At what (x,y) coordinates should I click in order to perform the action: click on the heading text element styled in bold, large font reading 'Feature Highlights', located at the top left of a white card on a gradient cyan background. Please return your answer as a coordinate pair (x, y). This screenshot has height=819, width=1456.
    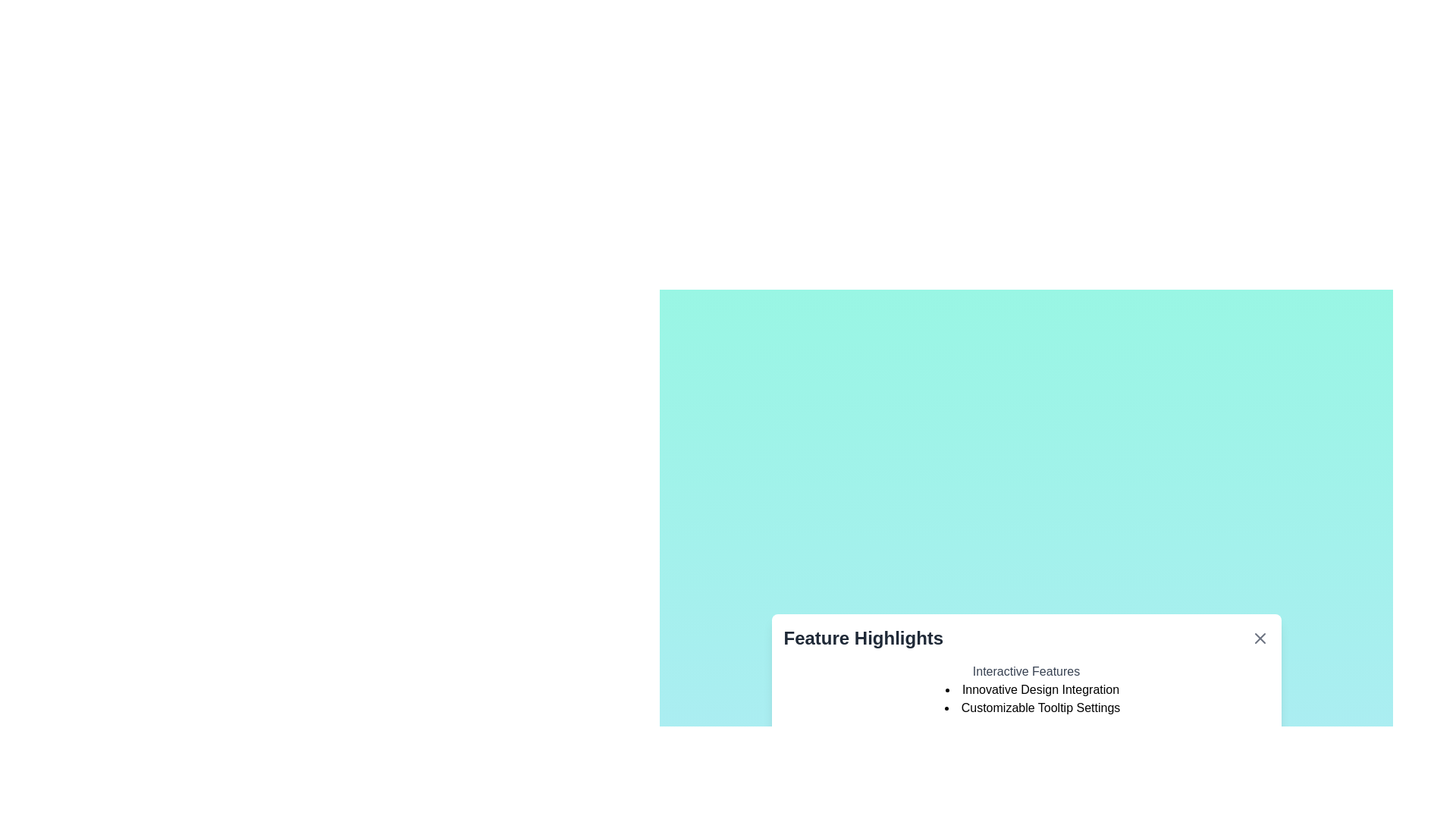
    Looking at the image, I should click on (863, 638).